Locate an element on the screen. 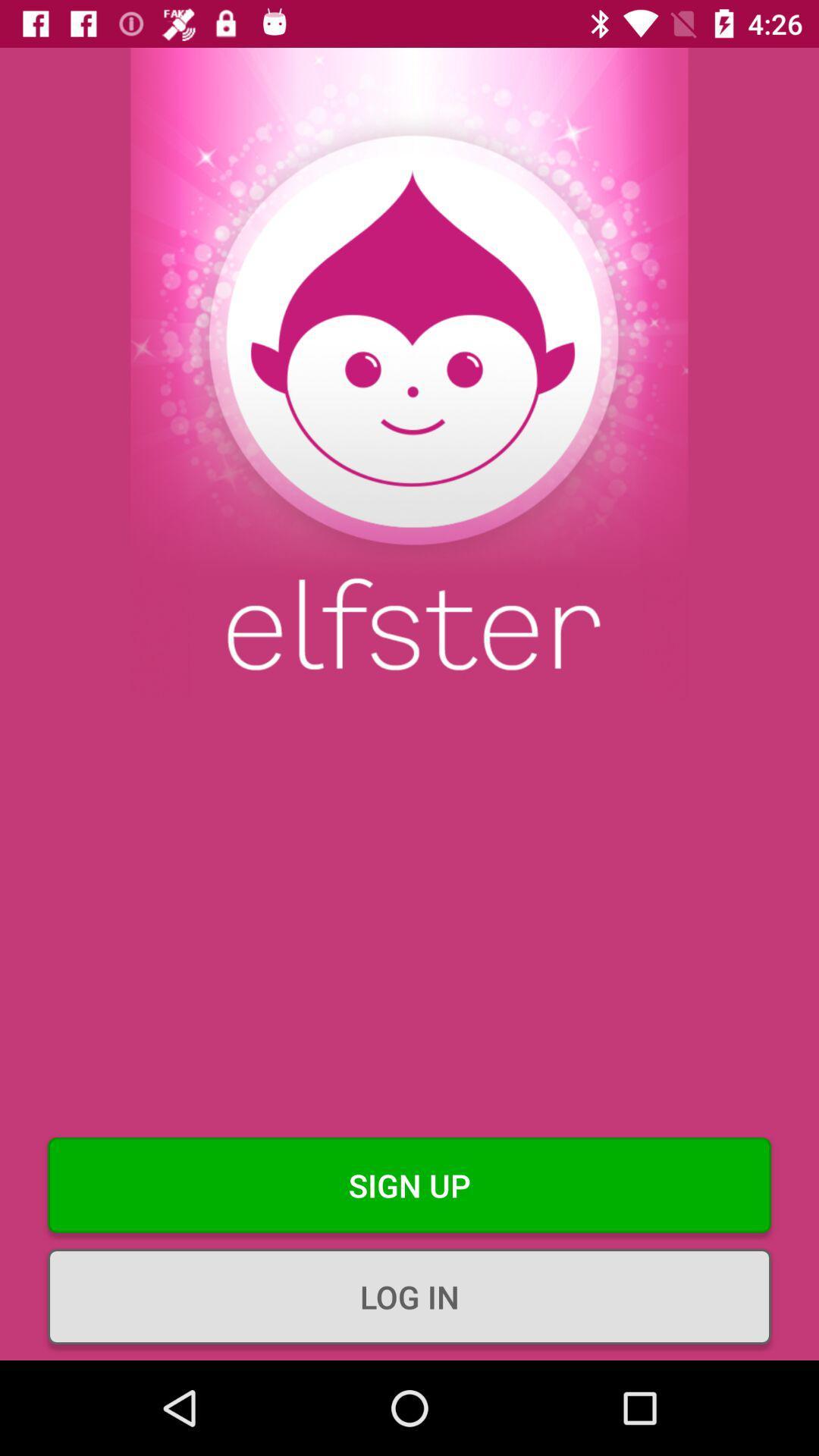  item below sign up is located at coordinates (409, 1295).